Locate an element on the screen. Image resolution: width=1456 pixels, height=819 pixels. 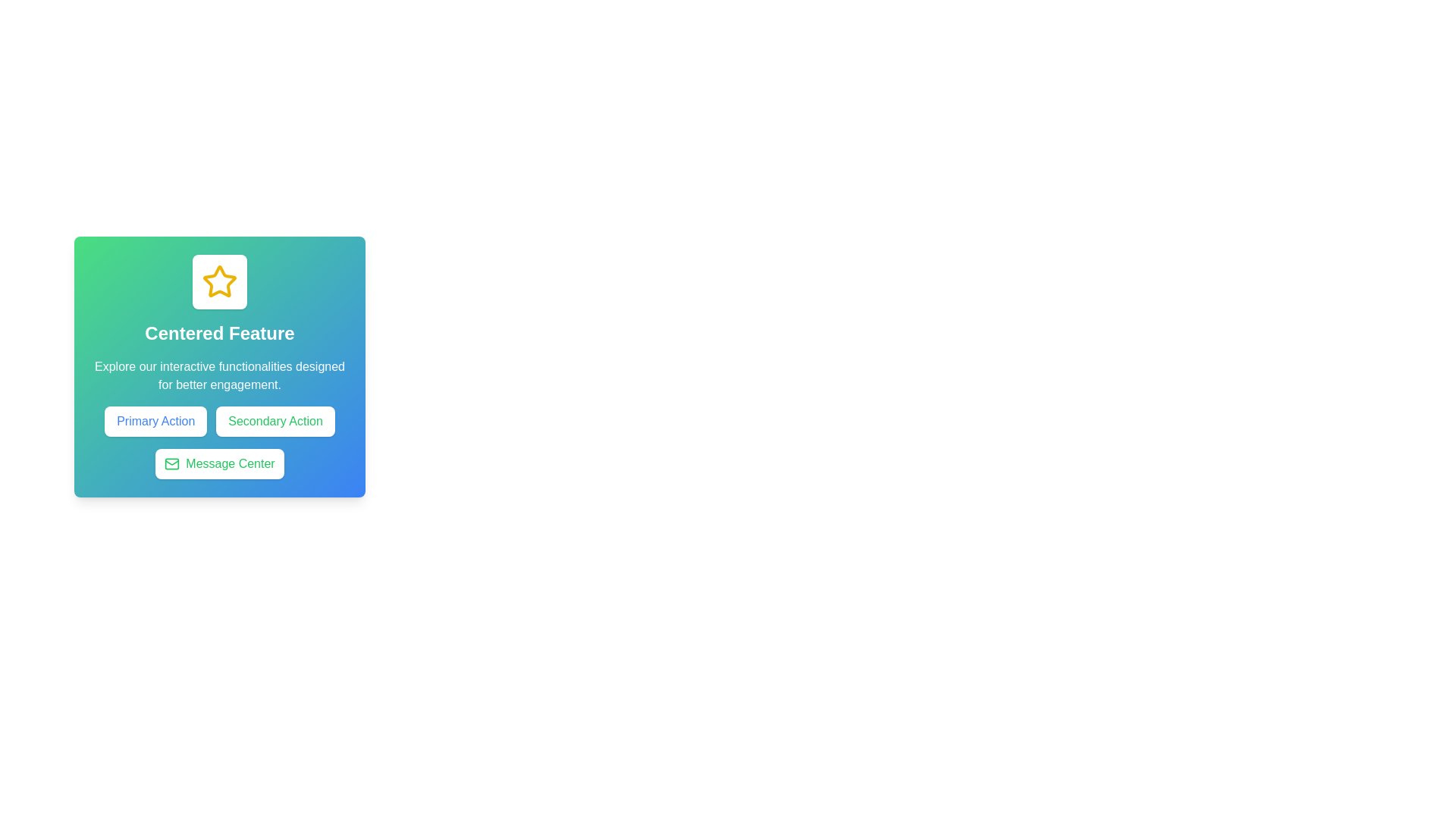
the star icon located at the top center of the card-like component above the text 'Centered Feature' is located at coordinates (218, 281).